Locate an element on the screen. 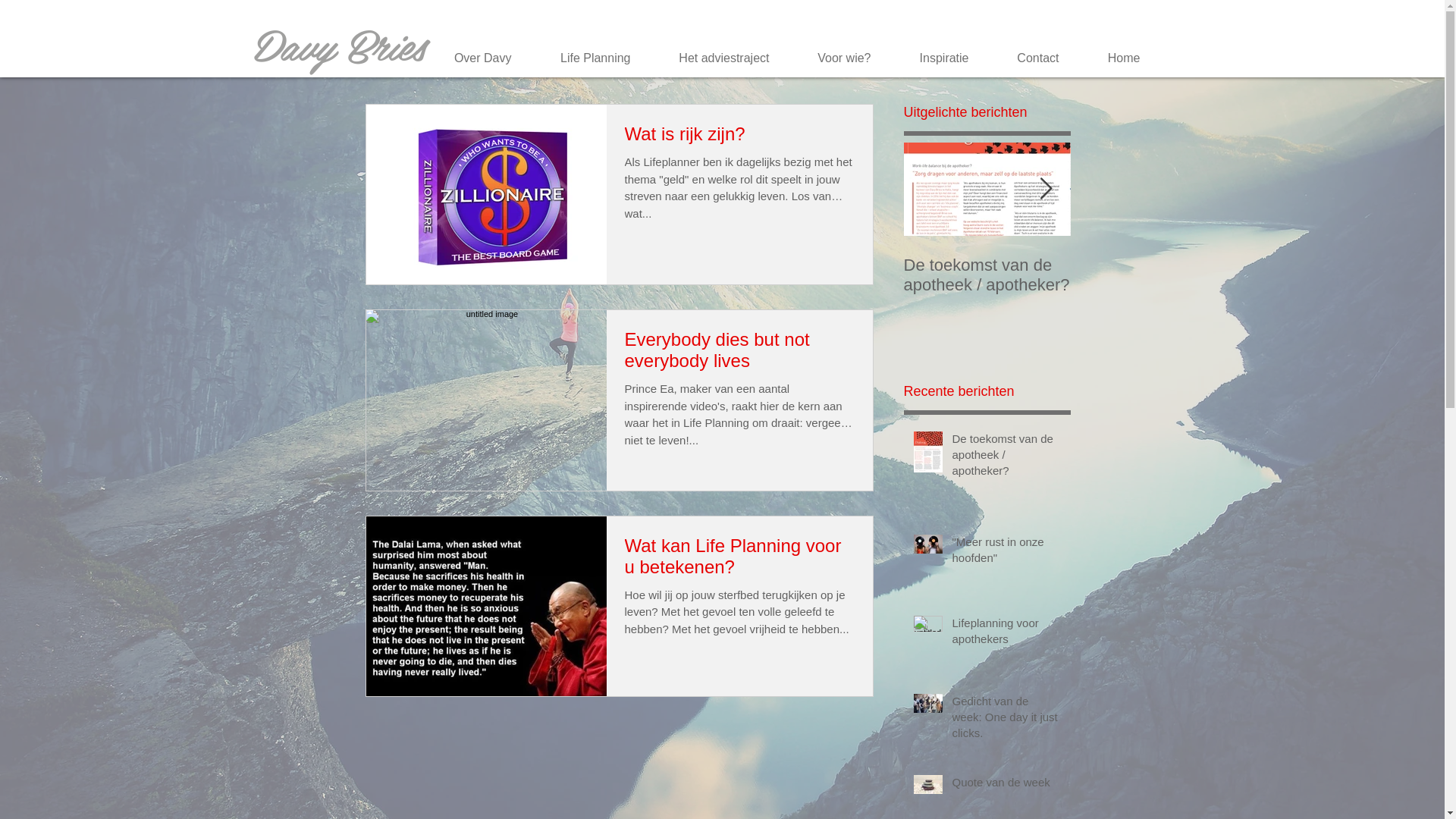 The height and width of the screenshot is (819, 1456). 'Voor wie?' is located at coordinates (833, 58).